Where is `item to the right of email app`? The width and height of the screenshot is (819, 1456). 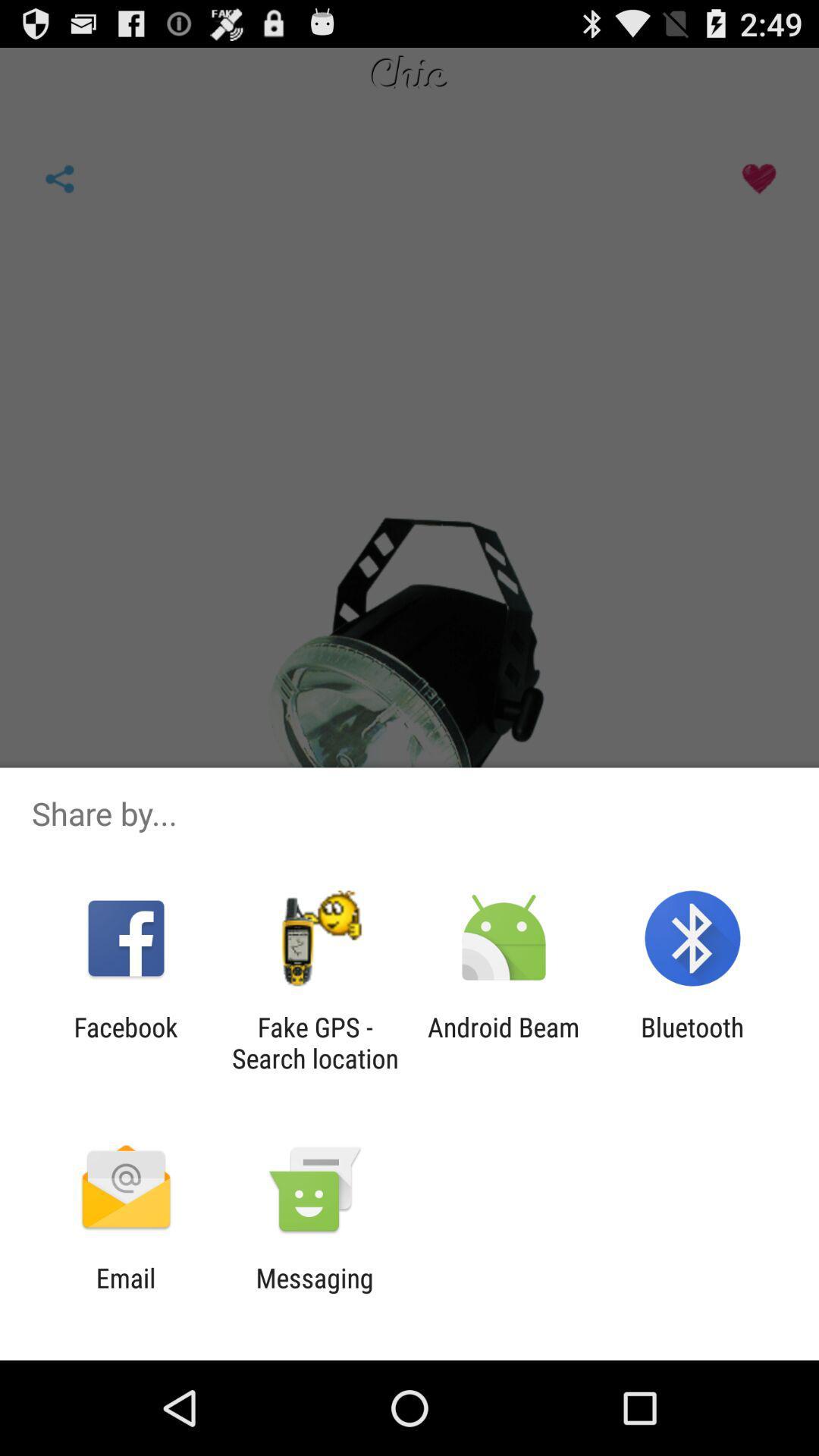 item to the right of email app is located at coordinates (314, 1293).